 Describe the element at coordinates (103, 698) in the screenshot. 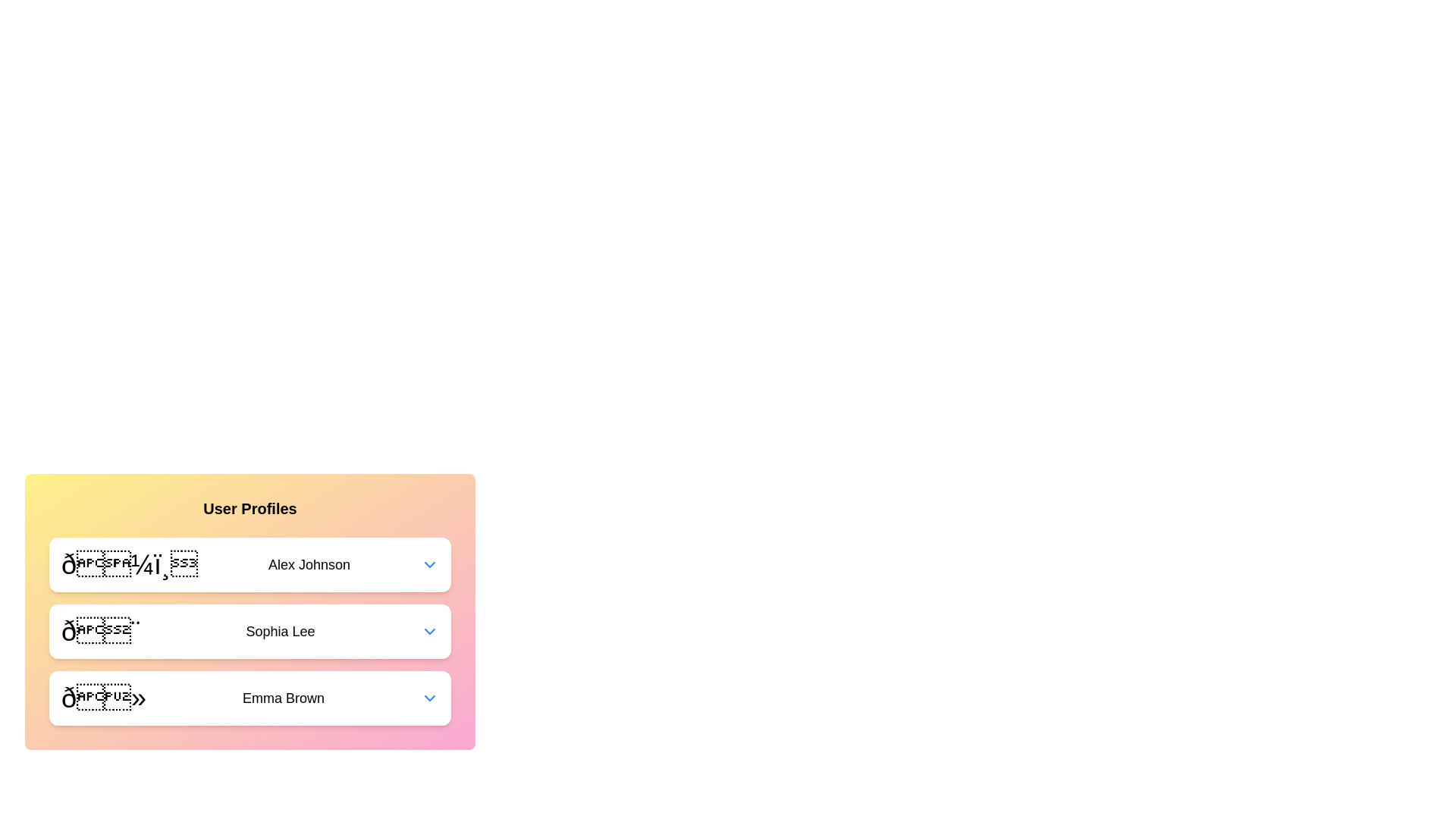

I see `the avatar of Emma Brown to interact with it` at that location.